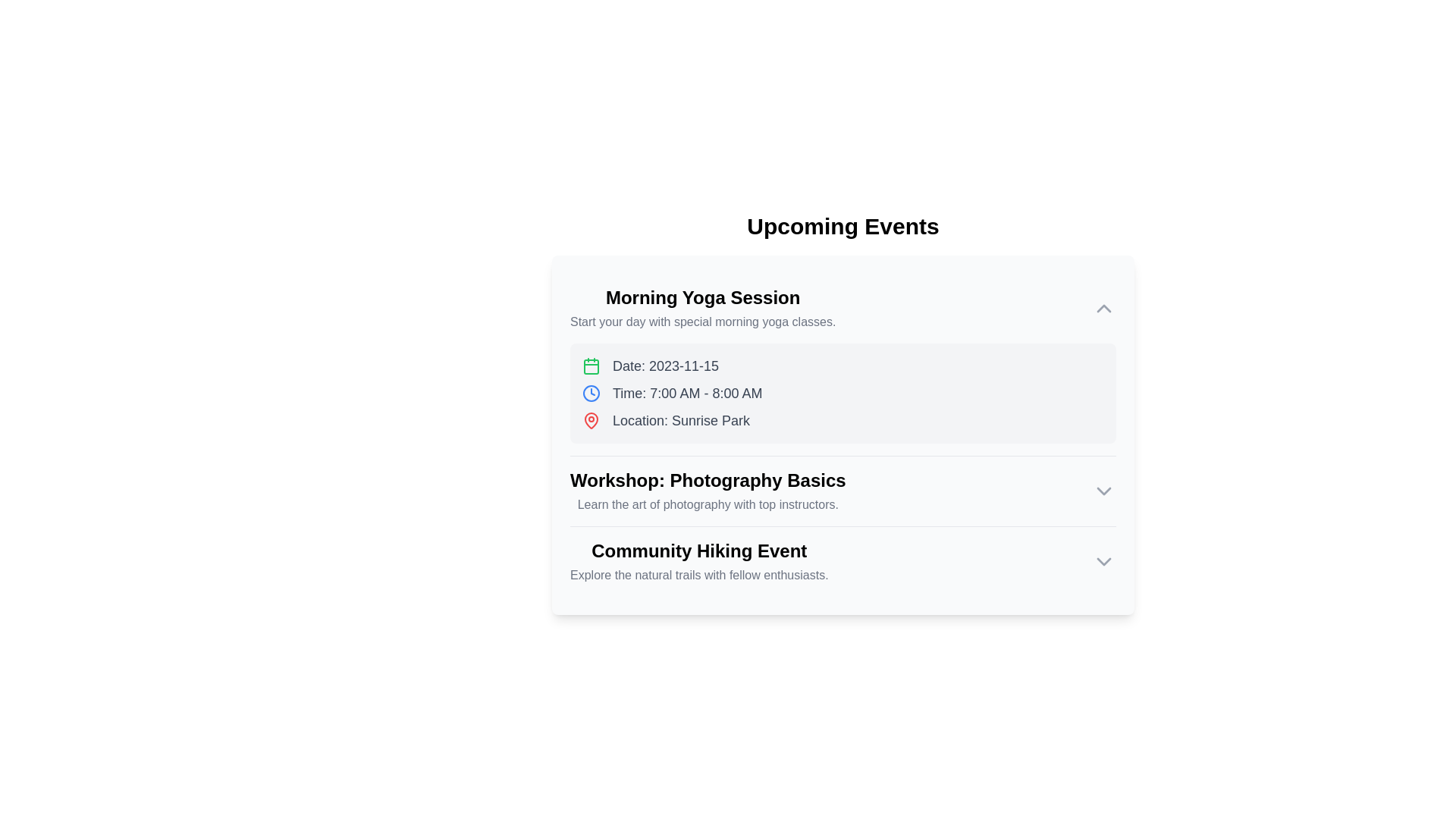  I want to click on information displayed in the textual label showing the time 'Time: 7:00 AM - 8:00 AM', which is gray-colored and aligned to the right of a blue clock icon, so click(686, 393).